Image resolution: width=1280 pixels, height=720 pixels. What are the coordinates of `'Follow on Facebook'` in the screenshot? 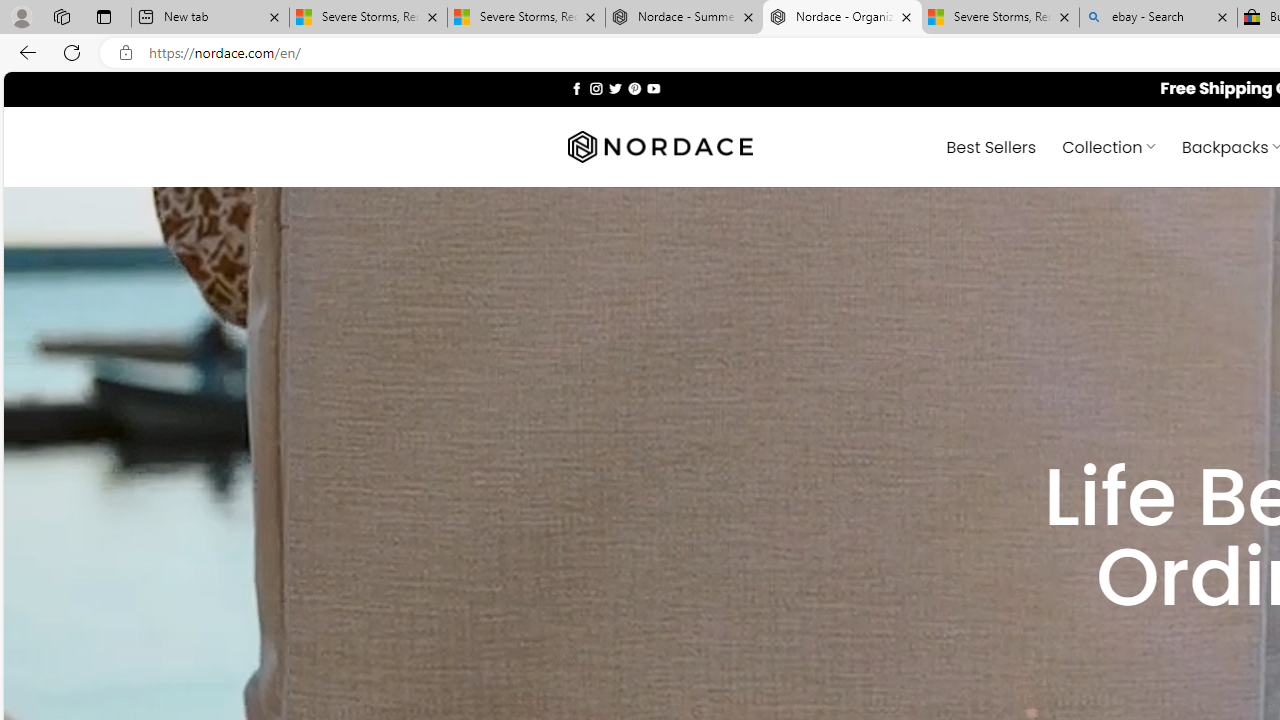 It's located at (576, 87).